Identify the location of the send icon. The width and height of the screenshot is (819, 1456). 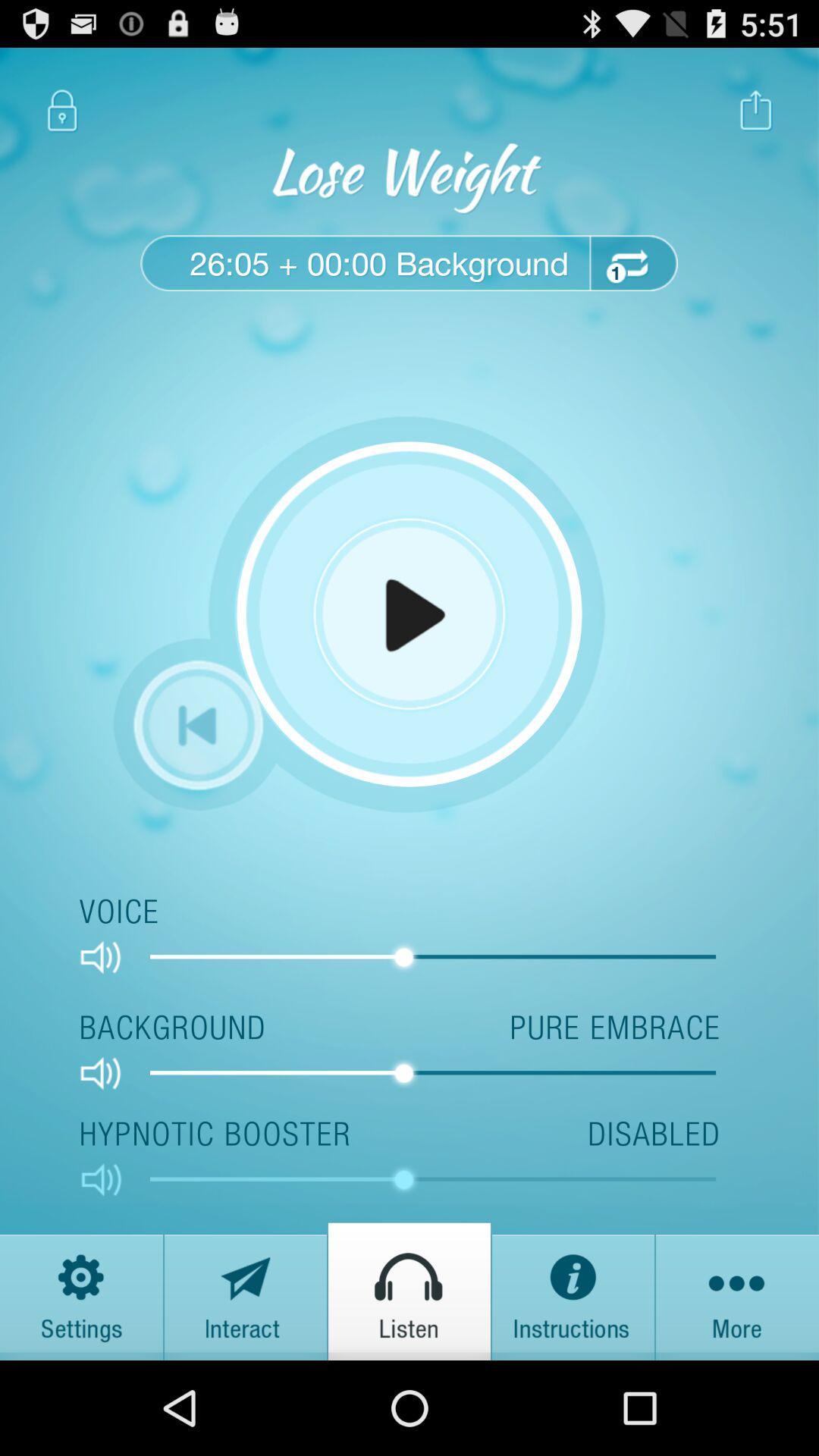
(245, 1381).